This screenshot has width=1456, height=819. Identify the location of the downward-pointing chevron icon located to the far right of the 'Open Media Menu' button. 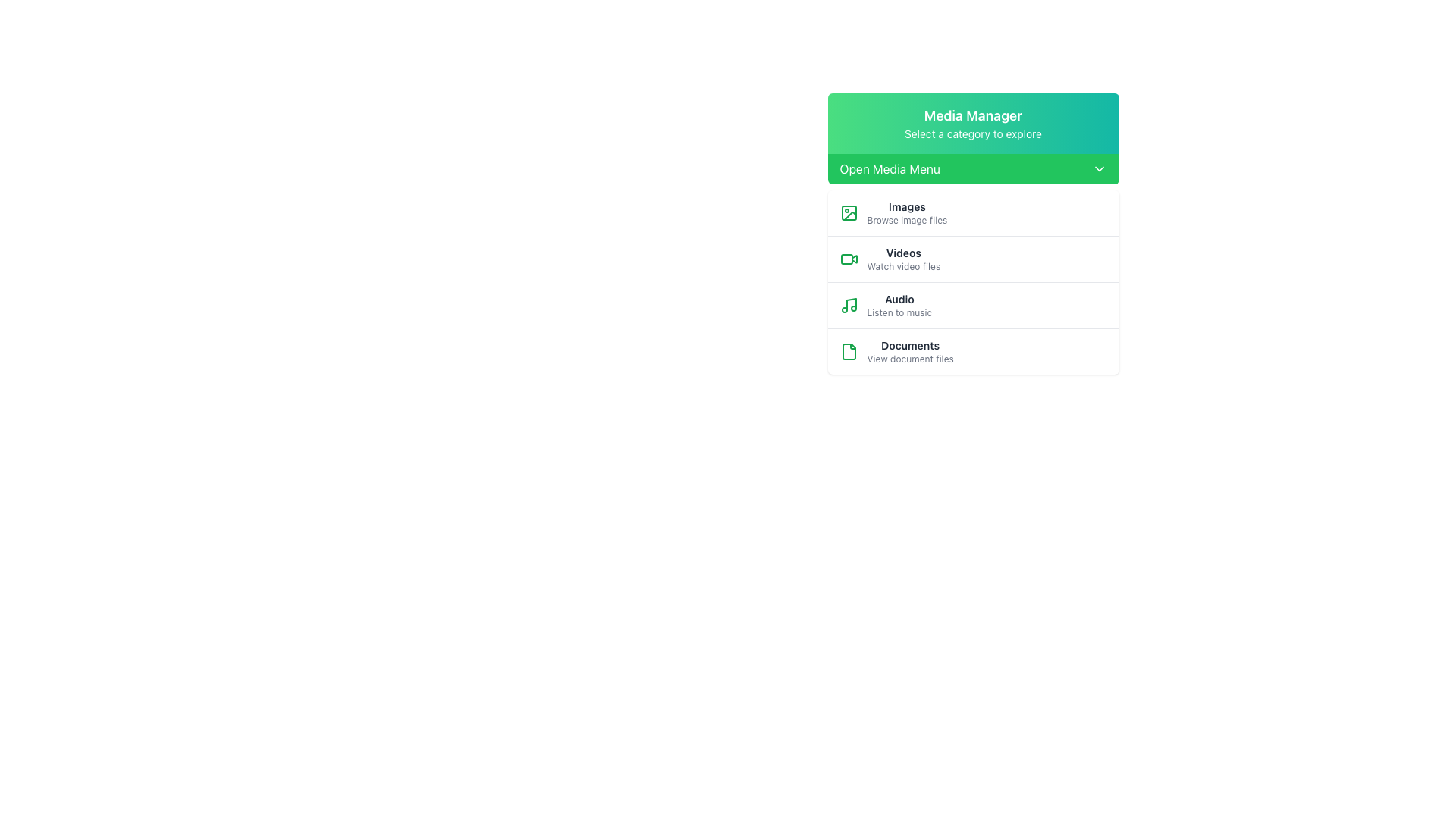
(1099, 169).